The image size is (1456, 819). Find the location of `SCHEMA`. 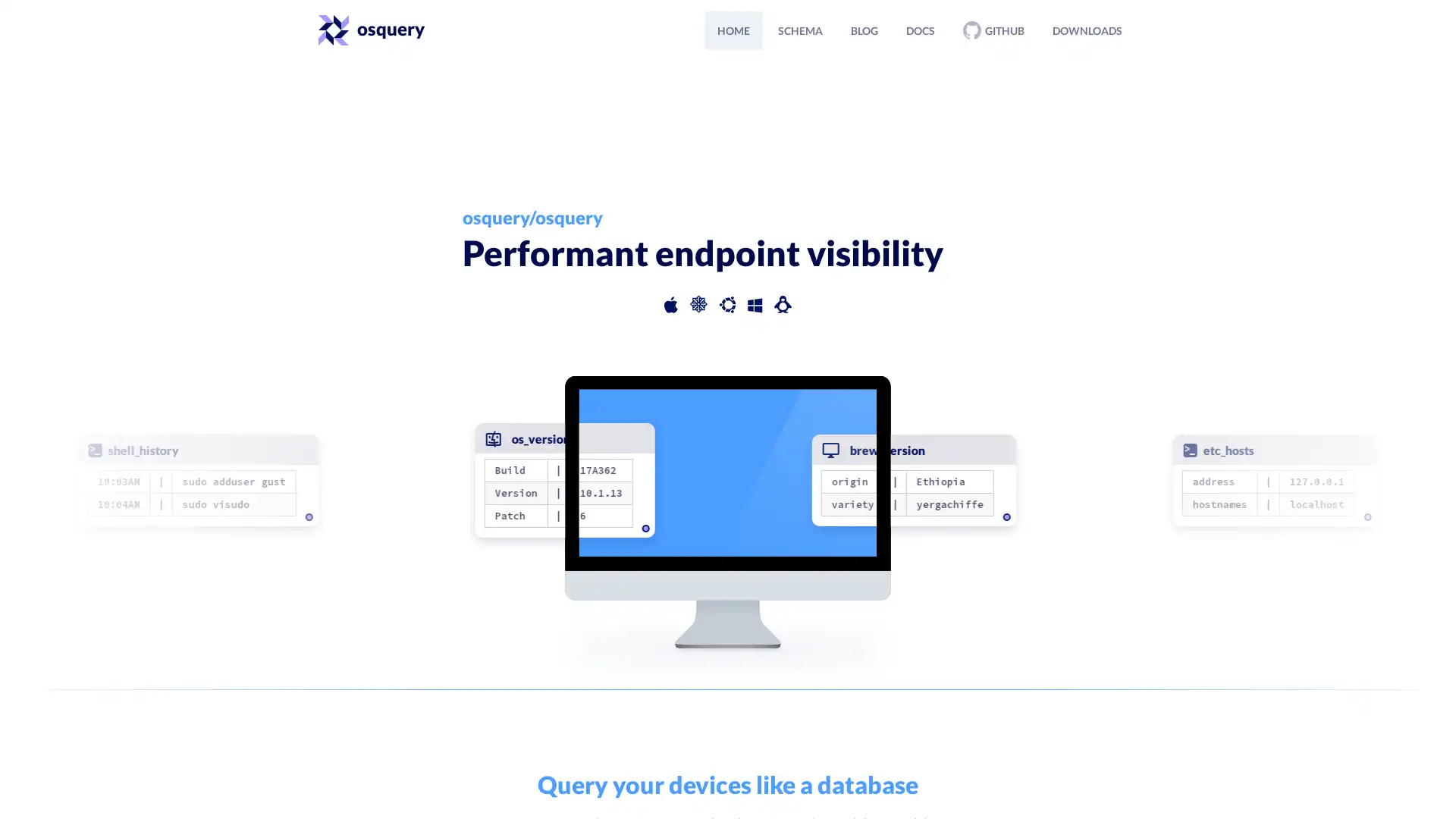

SCHEMA is located at coordinates (799, 30).